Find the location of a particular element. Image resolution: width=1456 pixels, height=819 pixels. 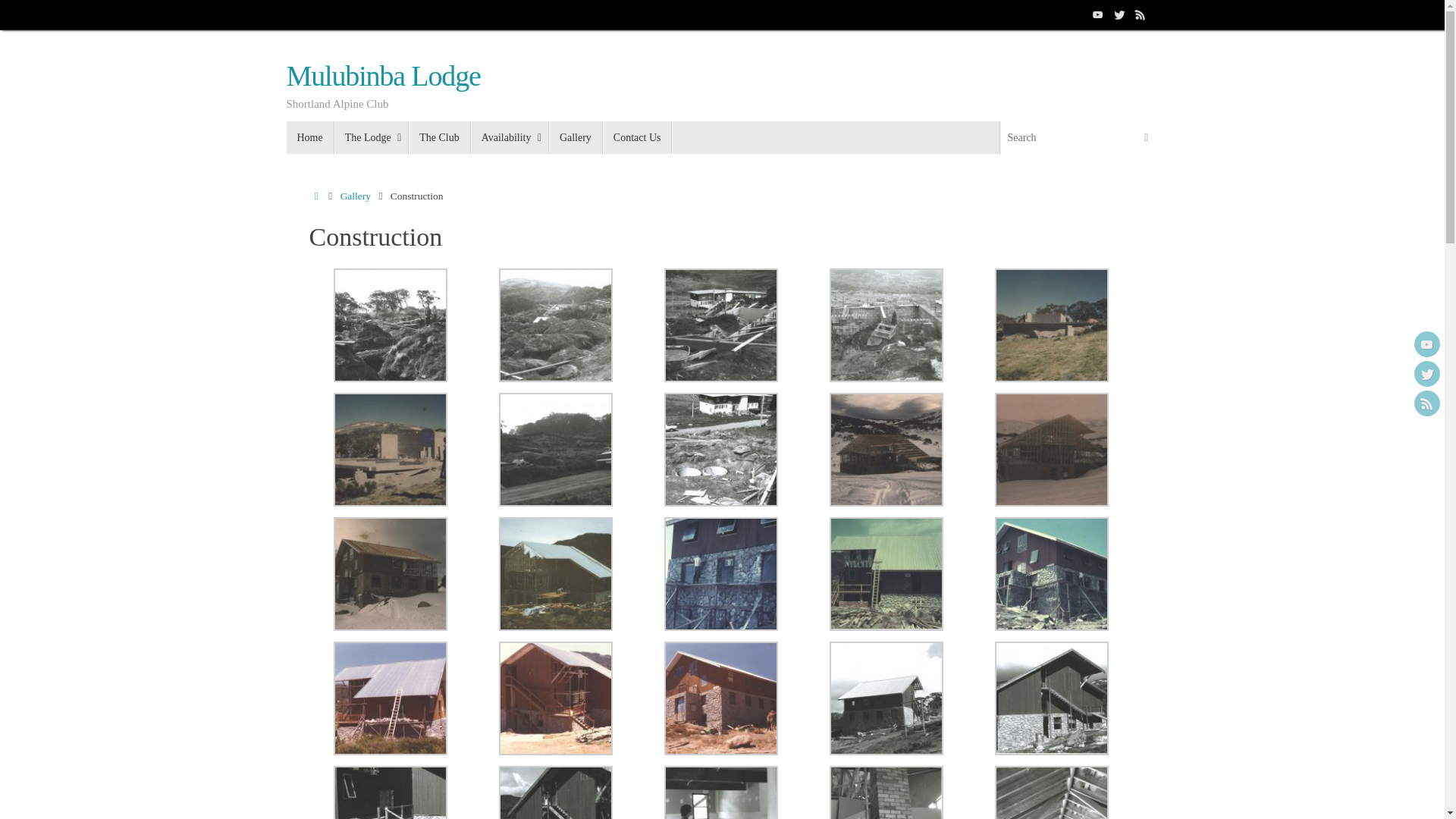

'Twitter' is located at coordinates (1426, 374).